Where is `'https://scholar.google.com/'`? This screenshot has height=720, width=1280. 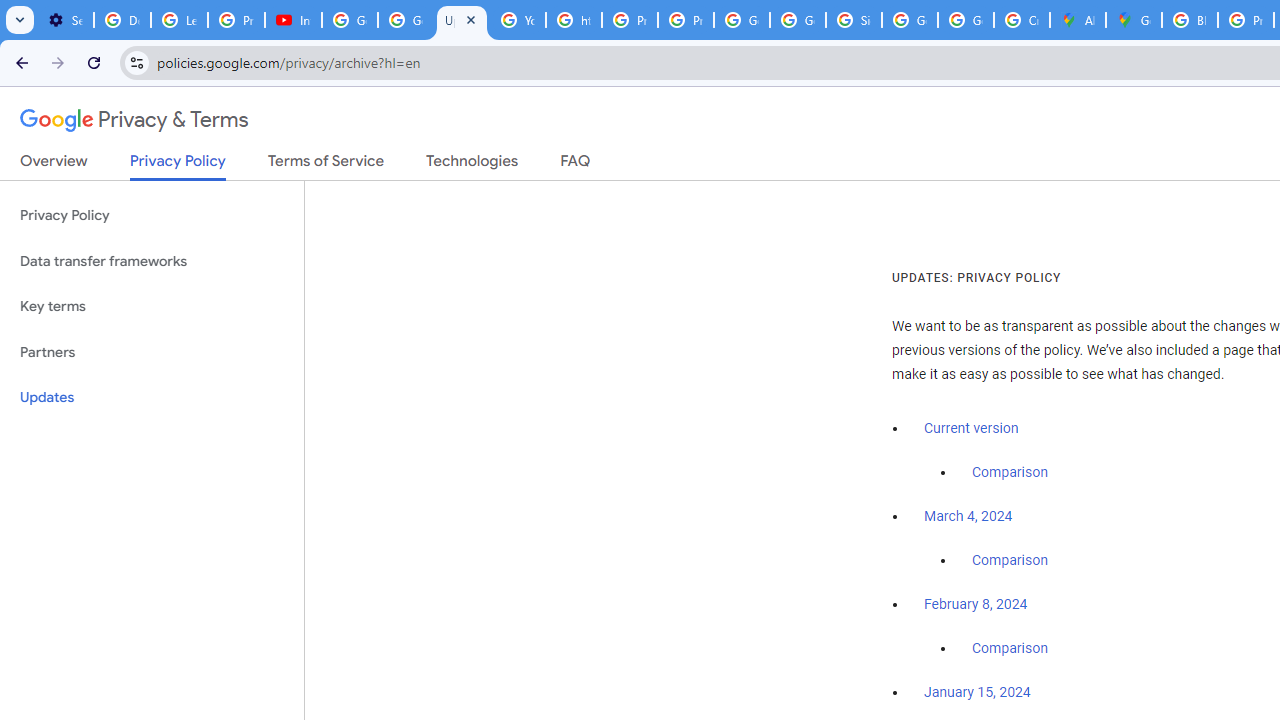 'https://scholar.google.com/' is located at coordinates (573, 20).